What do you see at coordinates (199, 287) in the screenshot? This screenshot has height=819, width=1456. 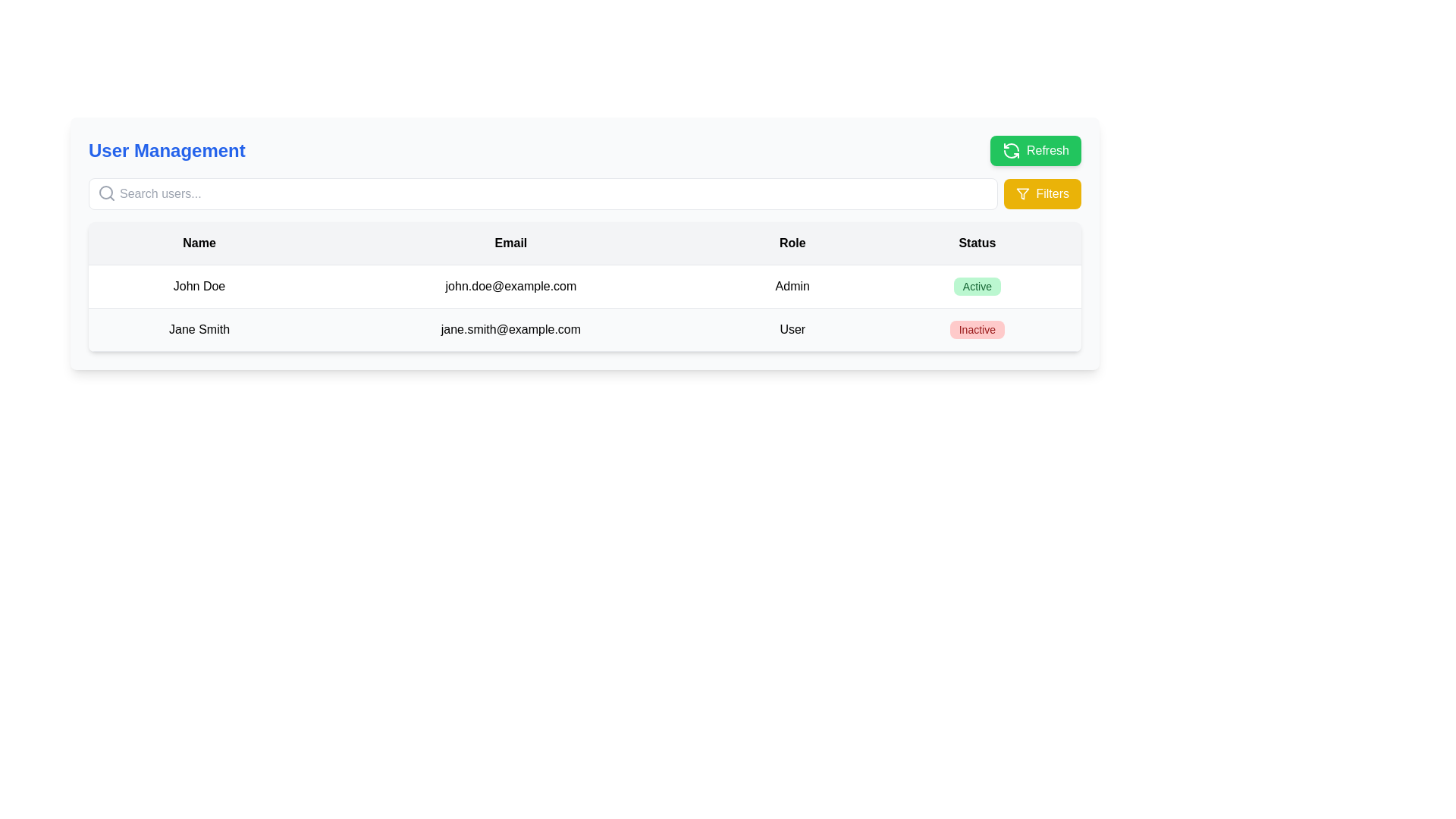 I see `the text label representing the user name` at bounding box center [199, 287].